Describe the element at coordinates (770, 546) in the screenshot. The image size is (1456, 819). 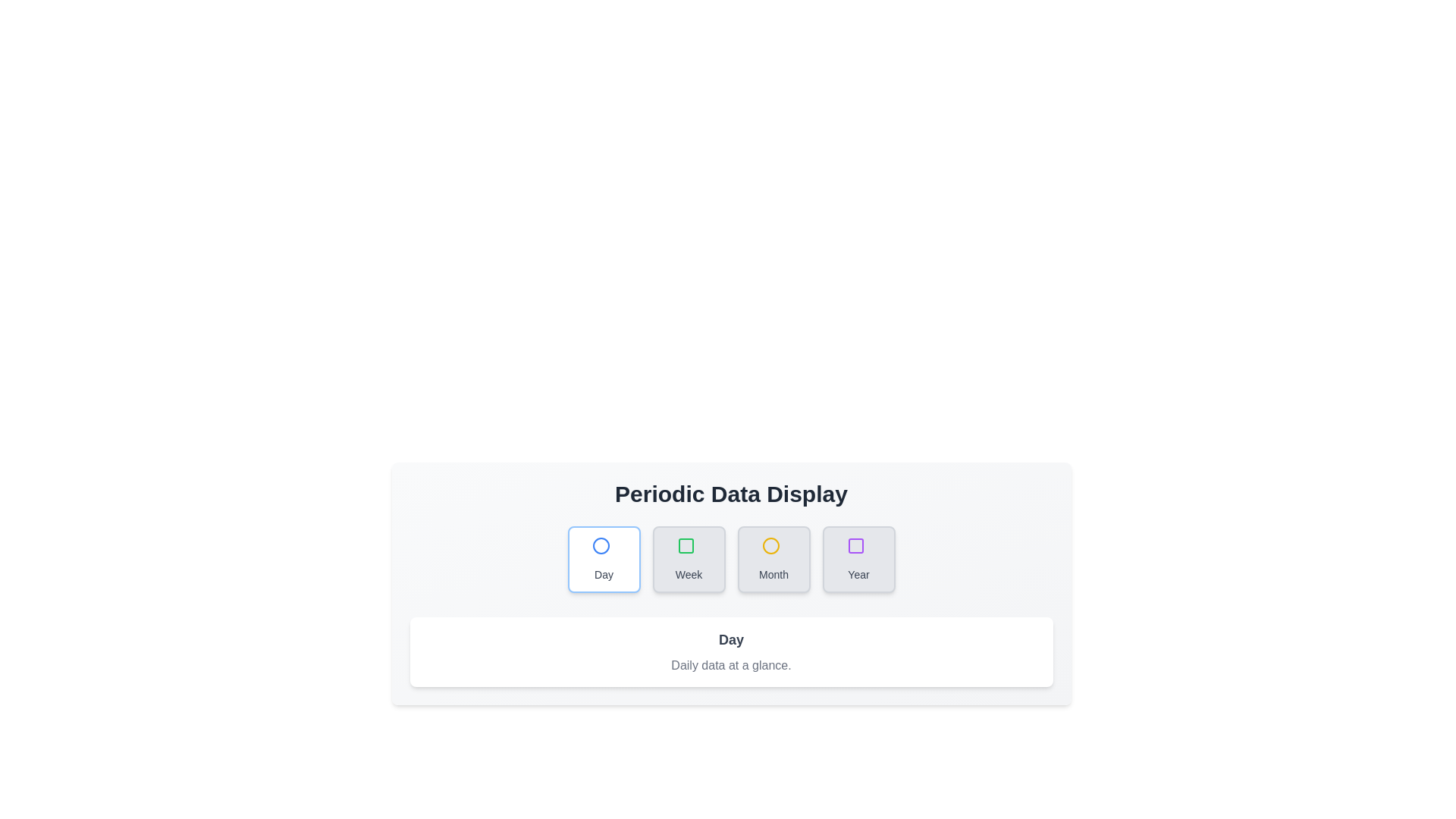
I see `the decorative SVG circle inside the 'Month' button located beneath the title 'Periodic Data Display'` at that location.